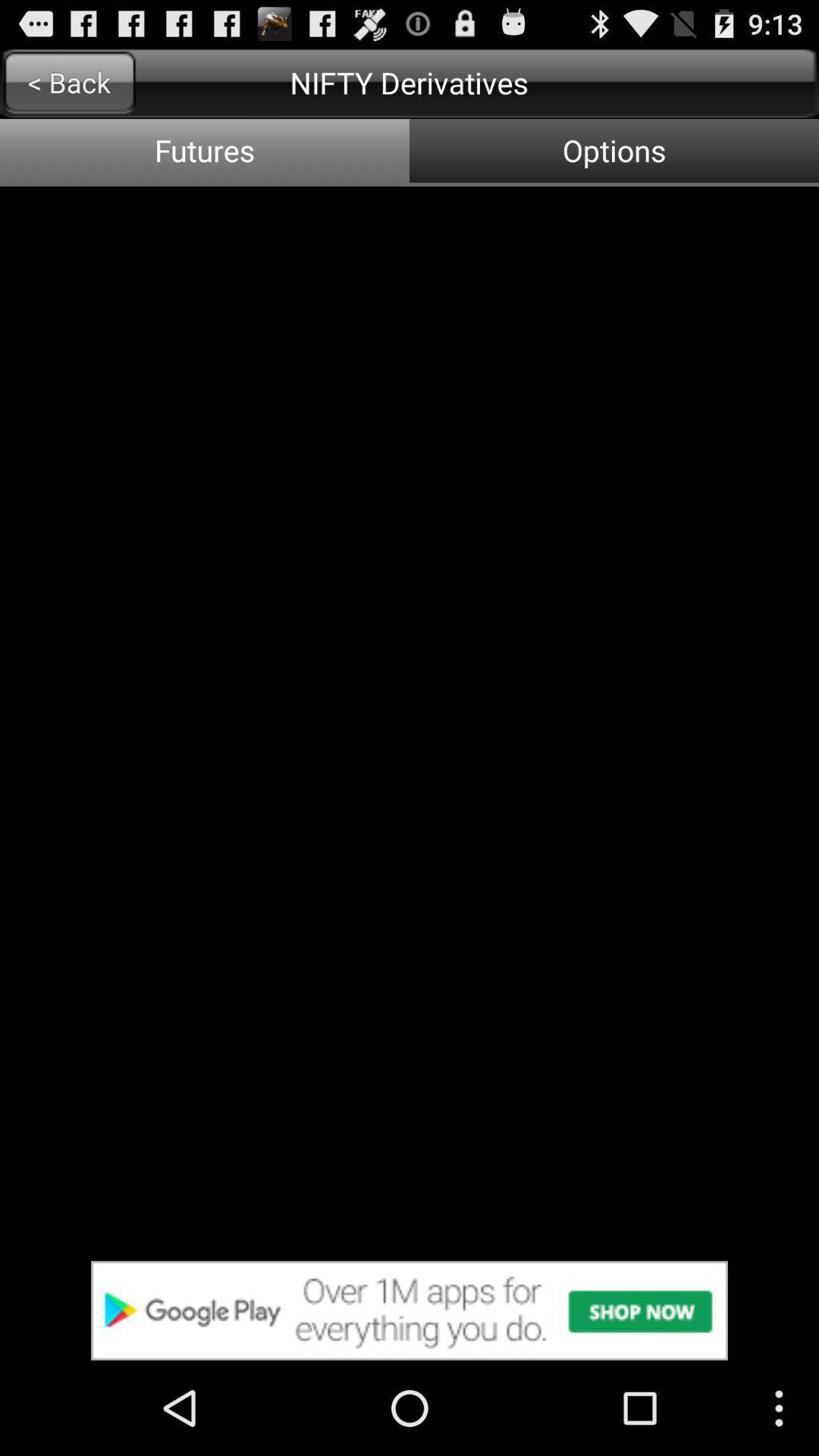  What do you see at coordinates (409, 1310) in the screenshot?
I see `advertisement` at bounding box center [409, 1310].